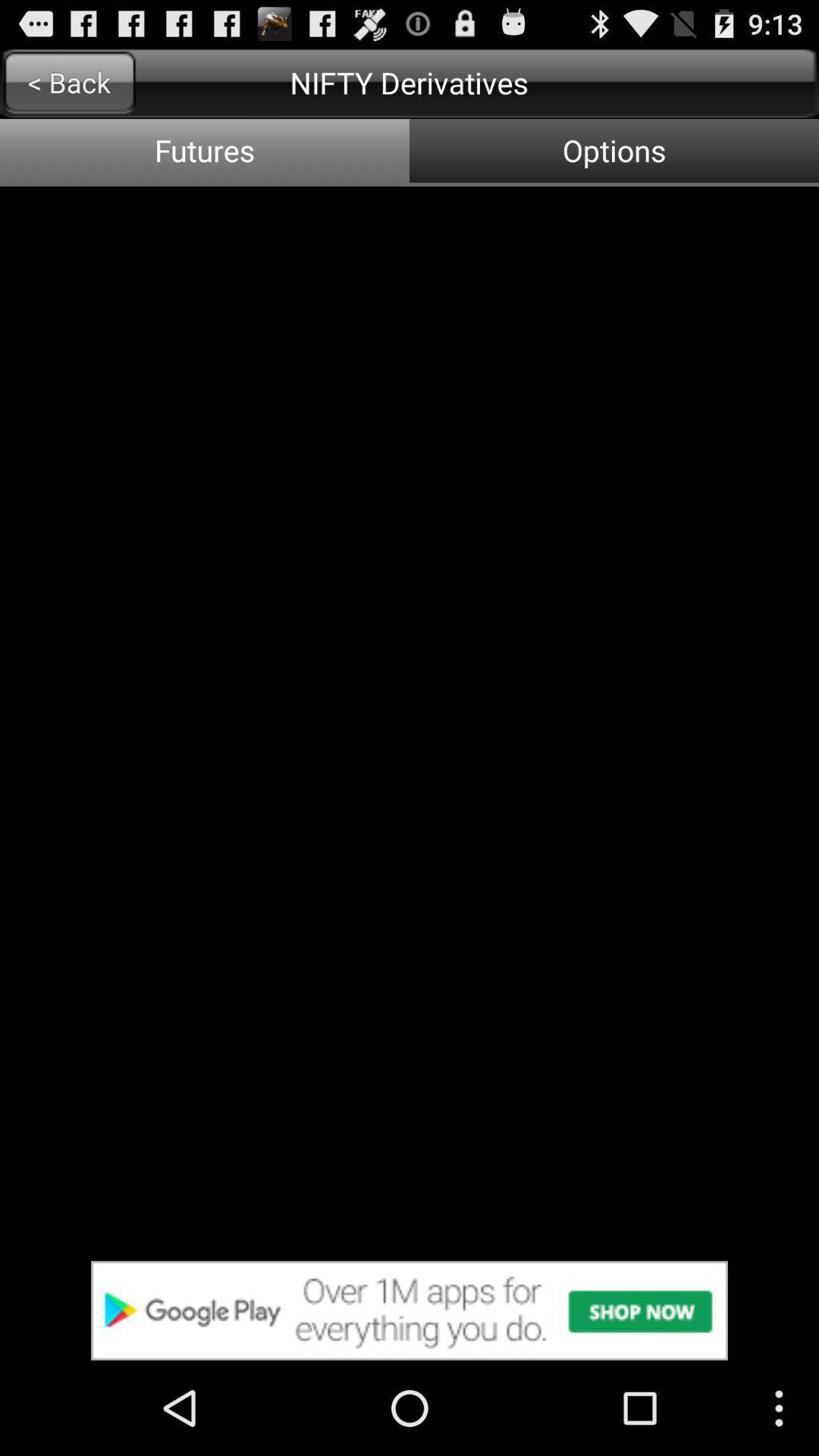  What do you see at coordinates (409, 1310) in the screenshot?
I see `advertisement` at bounding box center [409, 1310].